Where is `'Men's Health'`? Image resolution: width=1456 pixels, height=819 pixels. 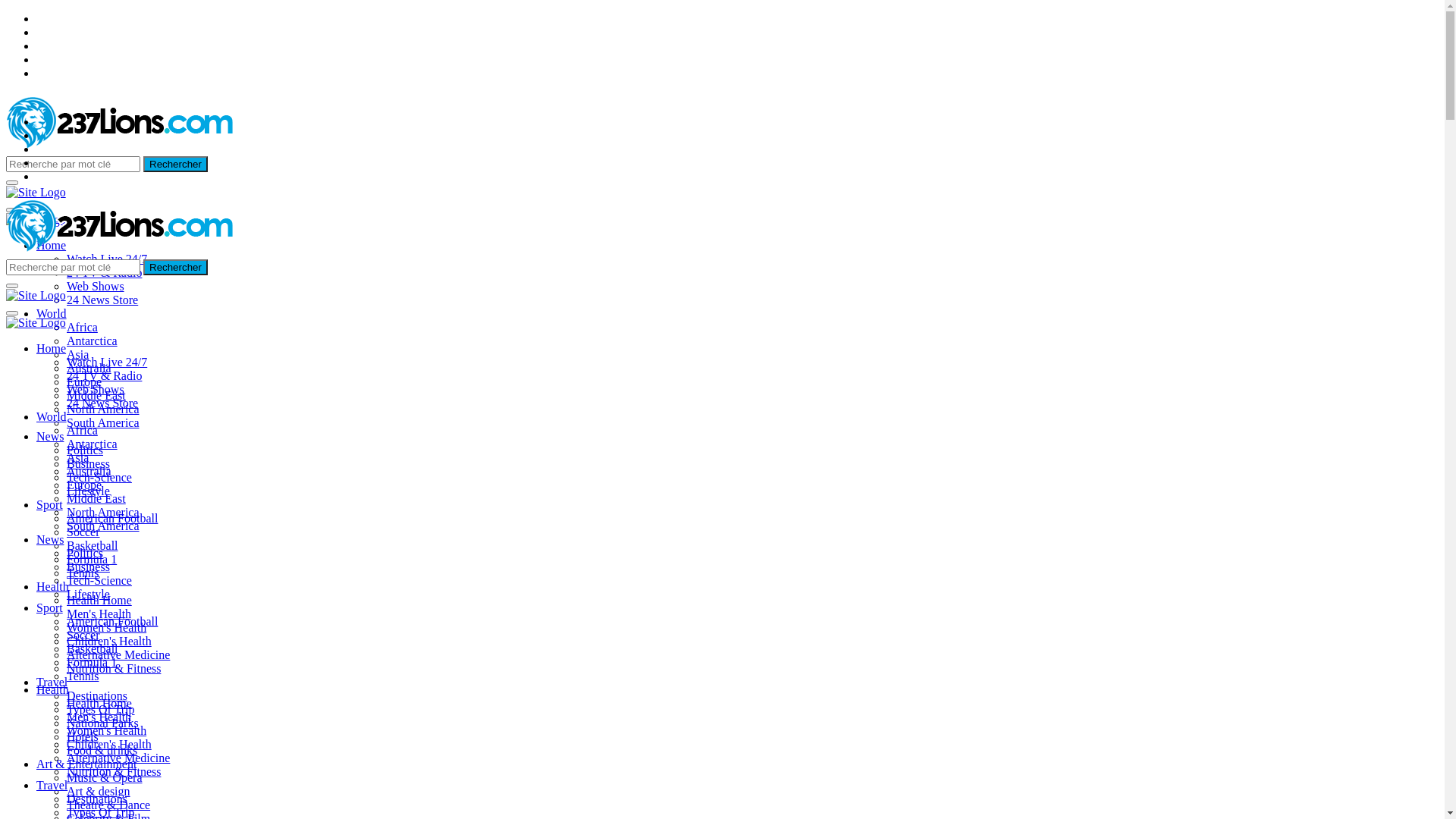 'Men's Health' is located at coordinates (65, 717).